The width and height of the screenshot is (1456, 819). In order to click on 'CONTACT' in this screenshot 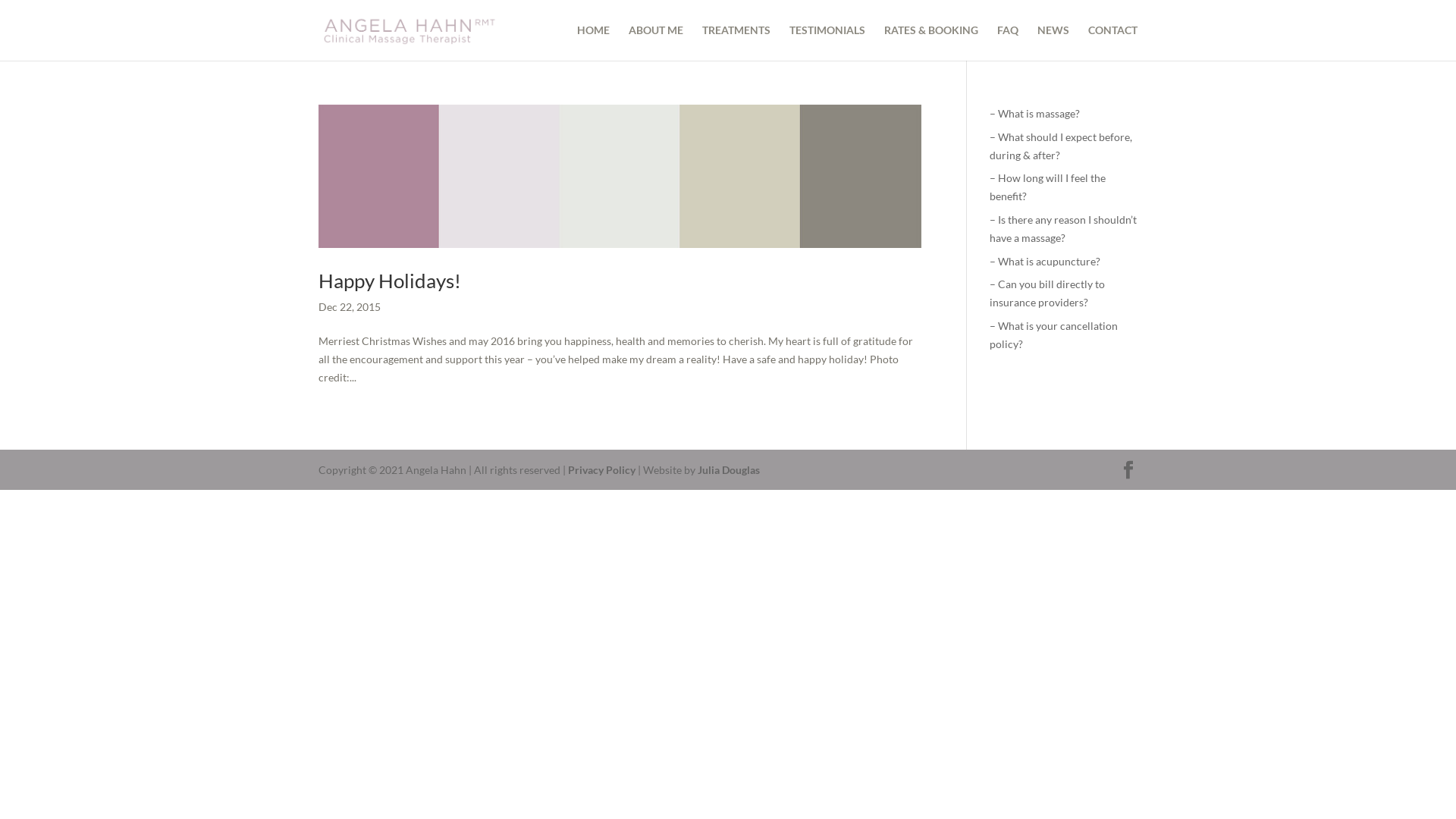, I will do `click(1112, 42)`.